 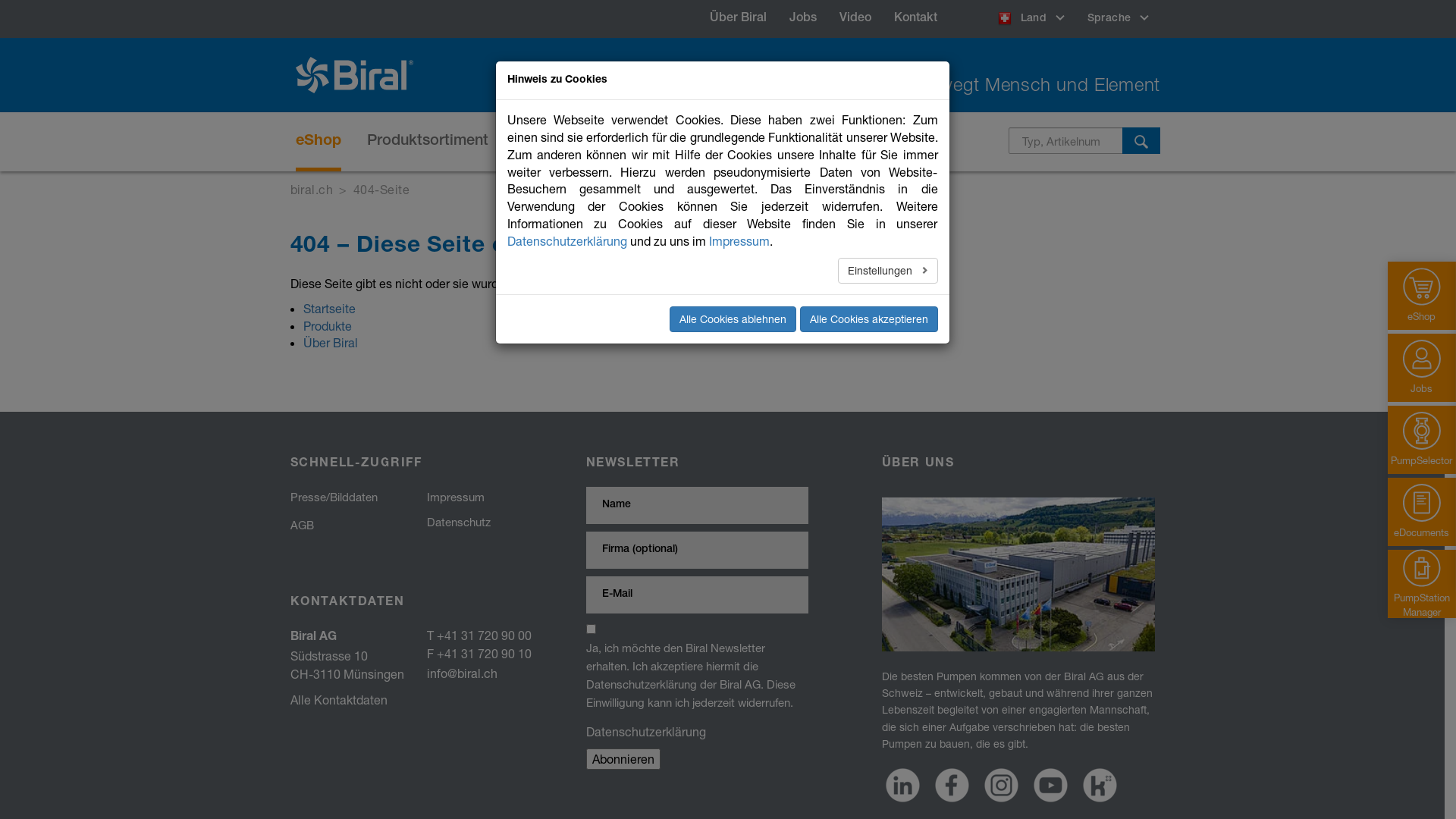 What do you see at coordinates (367, 141) in the screenshot?
I see `'Produktsortiment'` at bounding box center [367, 141].